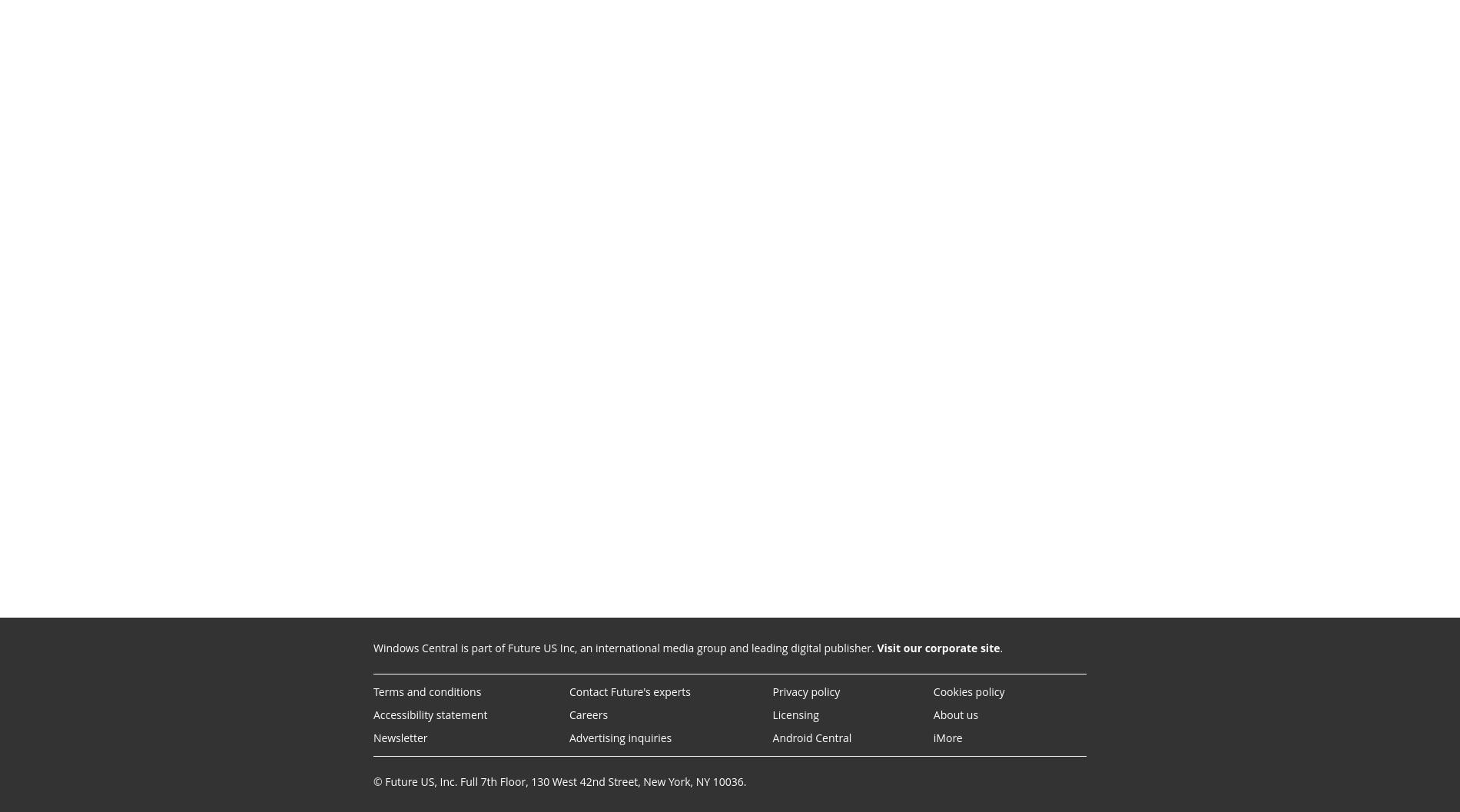 This screenshot has height=812, width=1460. What do you see at coordinates (931, 737) in the screenshot?
I see `'iMore'` at bounding box center [931, 737].